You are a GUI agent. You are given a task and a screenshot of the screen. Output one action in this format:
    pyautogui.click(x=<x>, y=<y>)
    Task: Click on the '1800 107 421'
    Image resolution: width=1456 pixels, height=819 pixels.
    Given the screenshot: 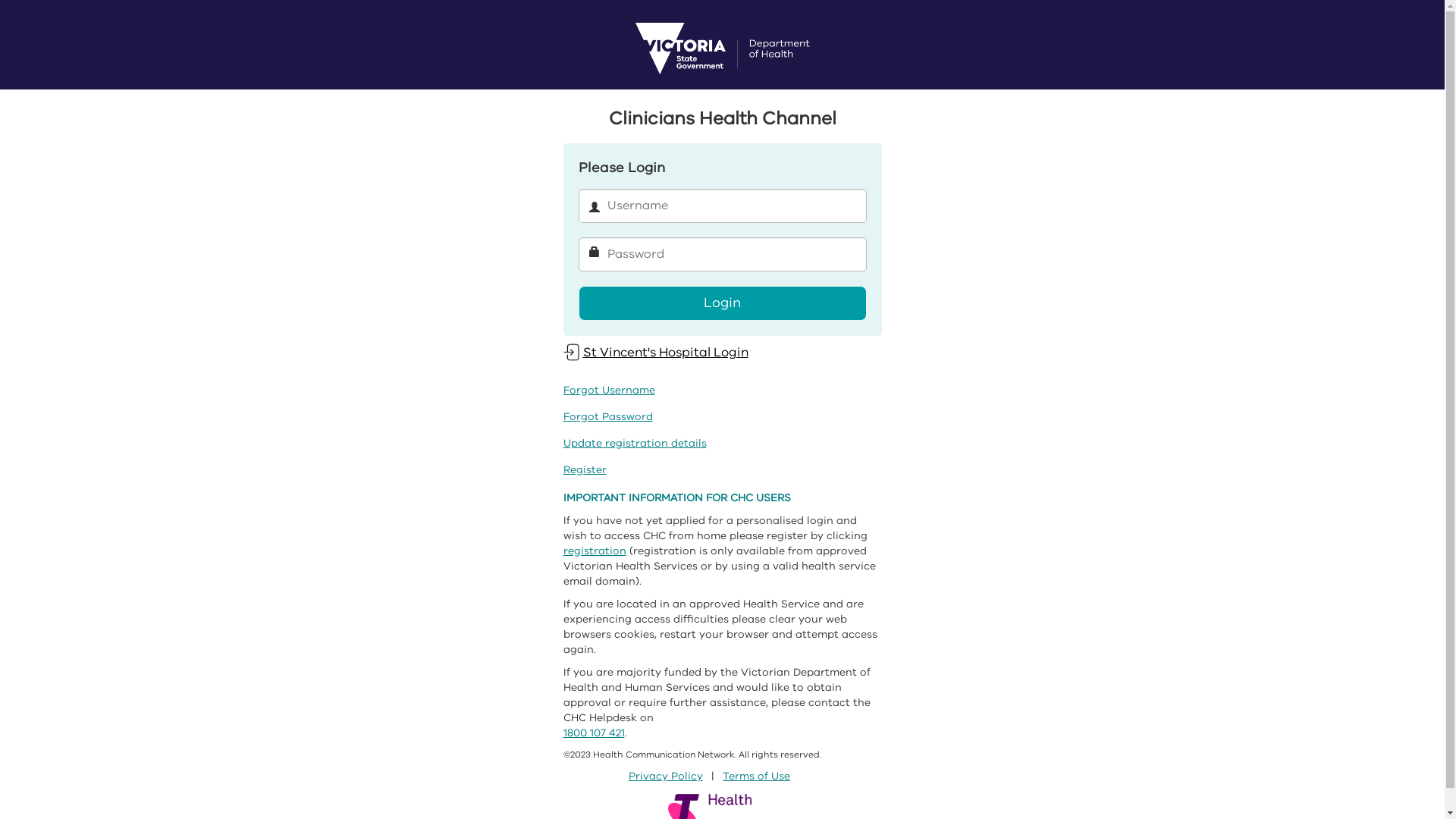 What is the action you would take?
    pyautogui.click(x=592, y=732)
    